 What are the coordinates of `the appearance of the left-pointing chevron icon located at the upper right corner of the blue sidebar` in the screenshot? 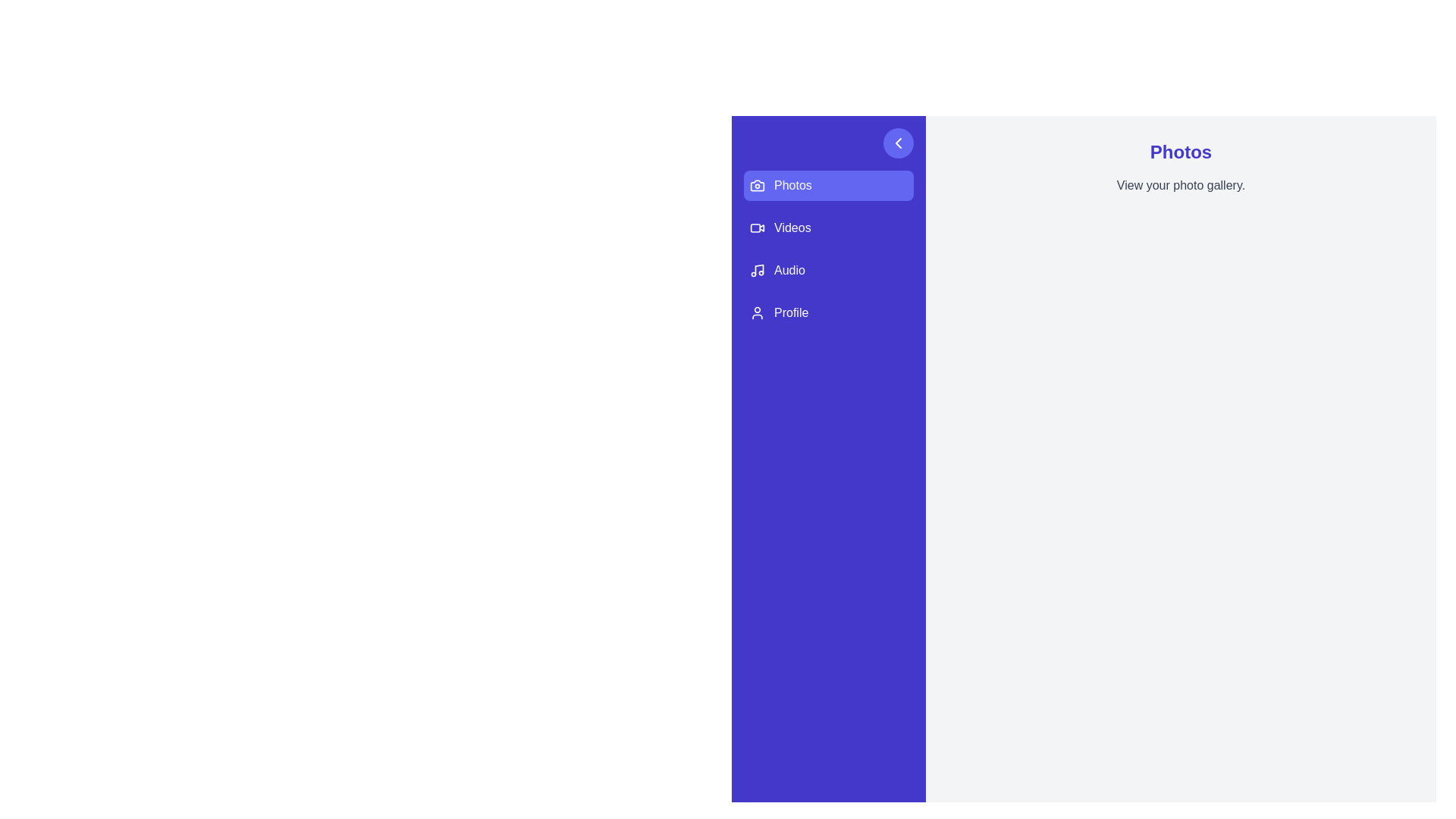 It's located at (899, 143).